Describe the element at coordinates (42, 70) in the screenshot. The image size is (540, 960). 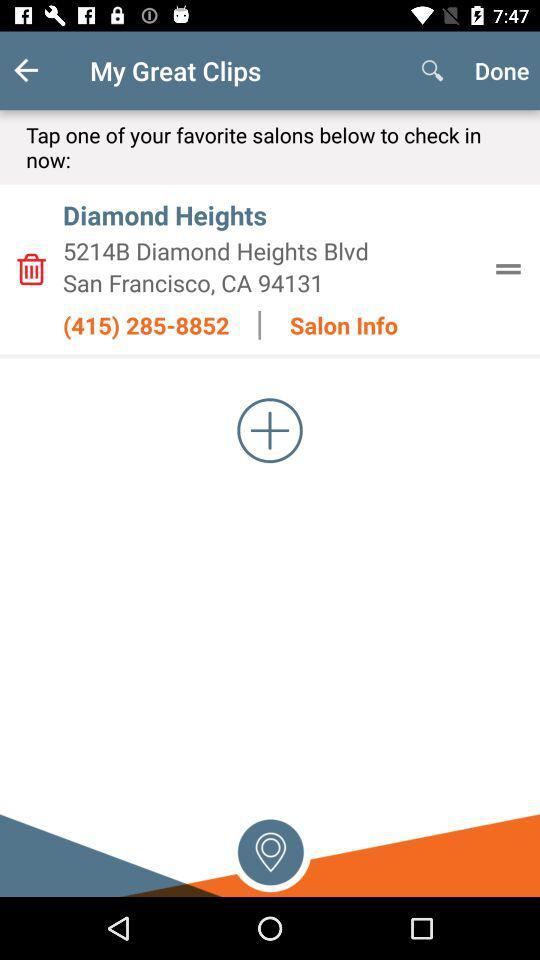
I see `the item to the left of the my great clips item` at that location.